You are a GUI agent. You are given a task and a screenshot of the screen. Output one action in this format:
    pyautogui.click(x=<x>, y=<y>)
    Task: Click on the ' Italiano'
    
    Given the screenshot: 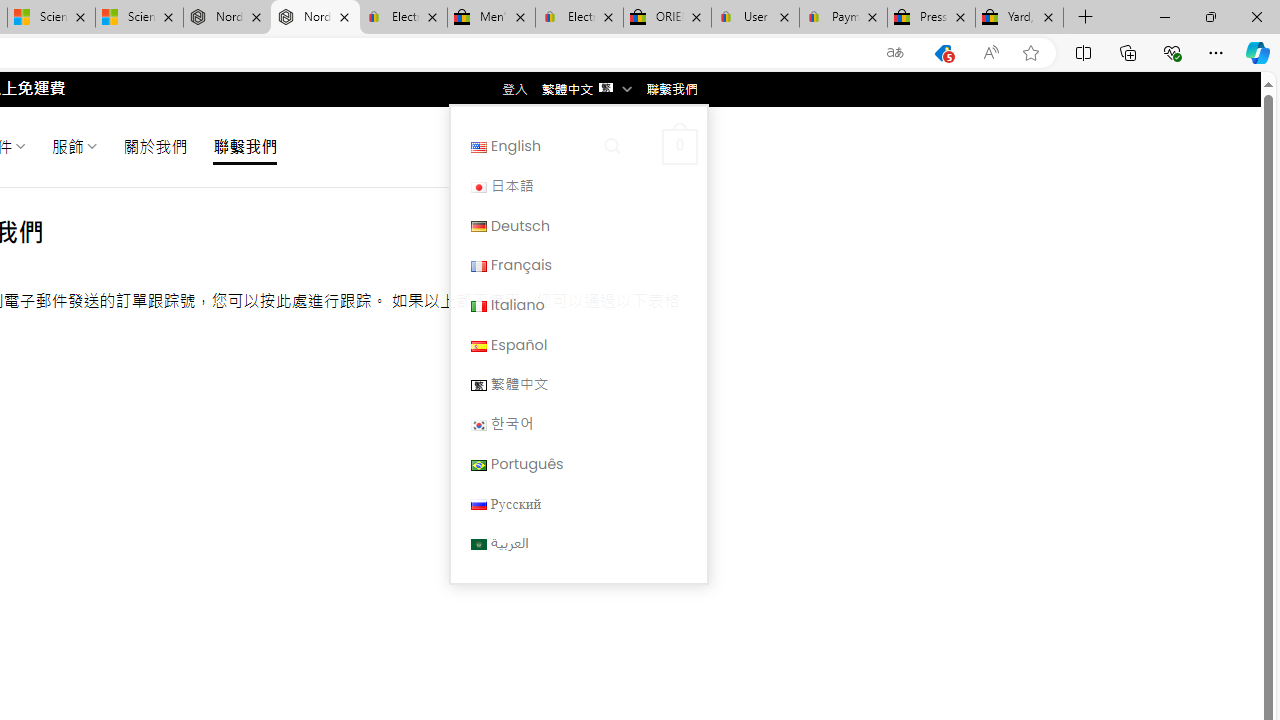 What is the action you would take?
    pyautogui.click(x=577, y=304)
    